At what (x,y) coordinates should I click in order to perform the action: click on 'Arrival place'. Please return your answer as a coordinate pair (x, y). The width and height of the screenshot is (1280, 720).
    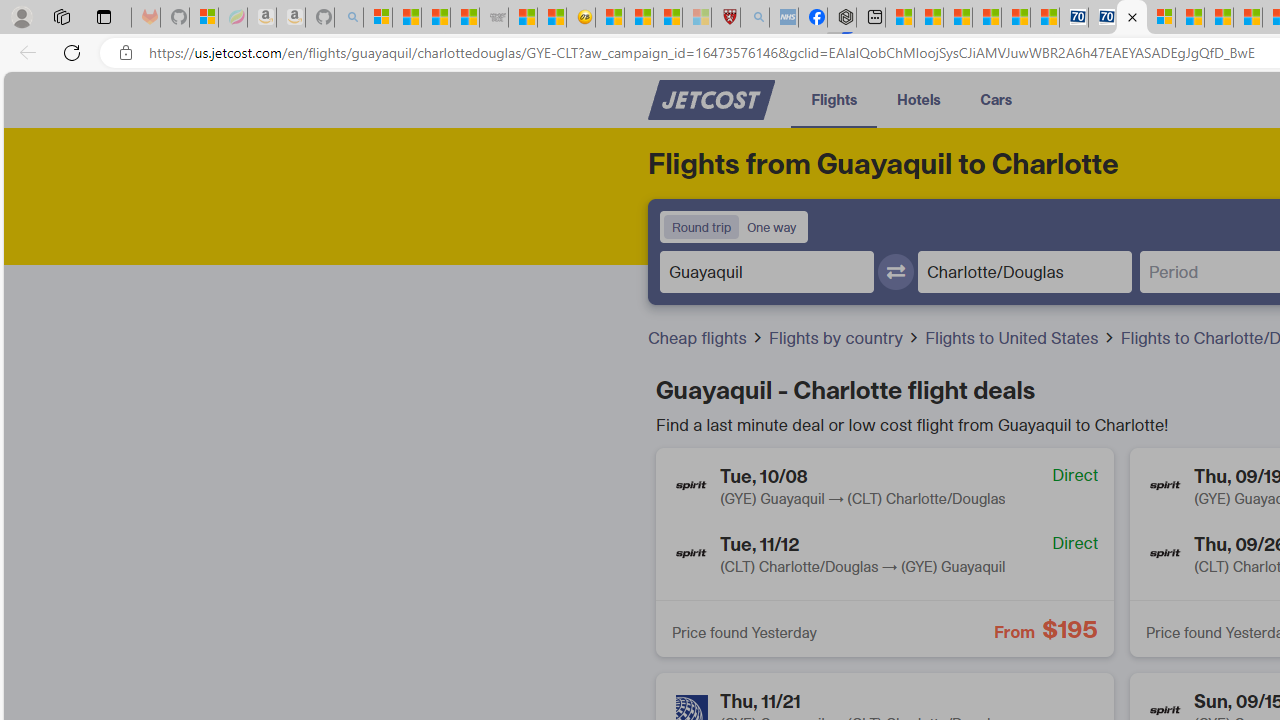
    Looking at the image, I should click on (1024, 271).